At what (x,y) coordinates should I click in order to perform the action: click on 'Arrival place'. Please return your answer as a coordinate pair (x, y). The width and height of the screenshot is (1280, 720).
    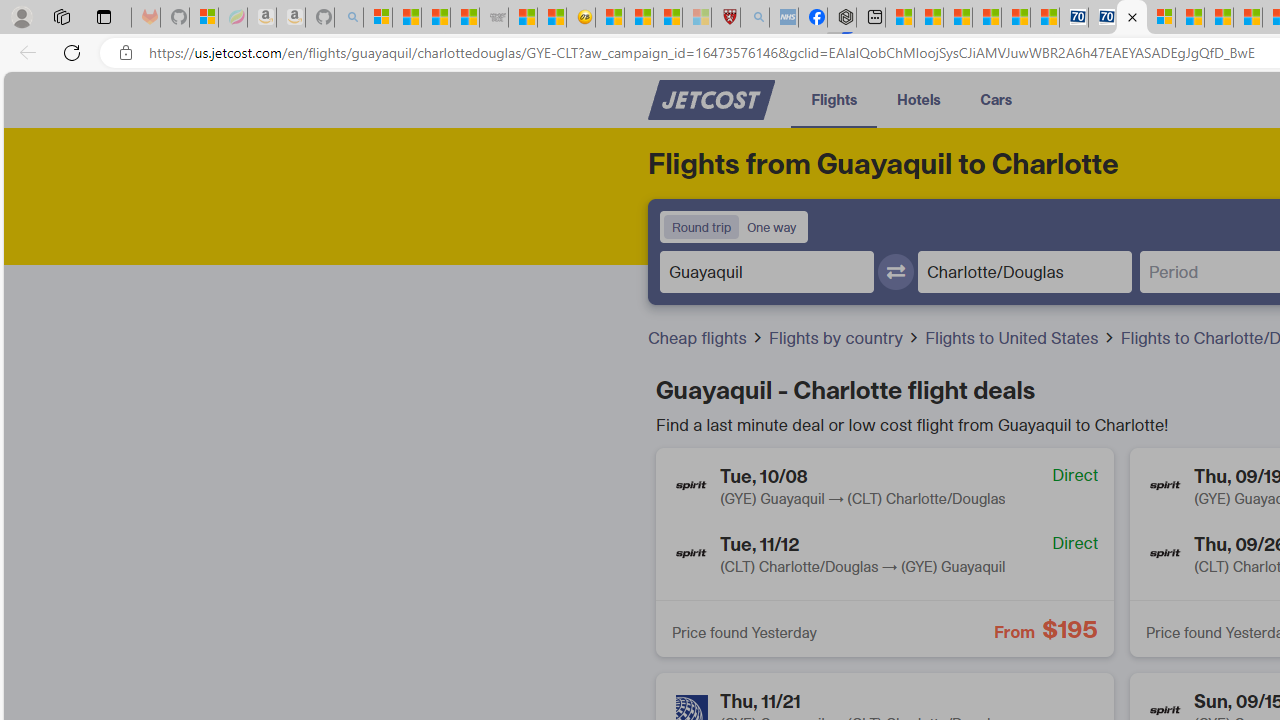
    Looking at the image, I should click on (1024, 271).